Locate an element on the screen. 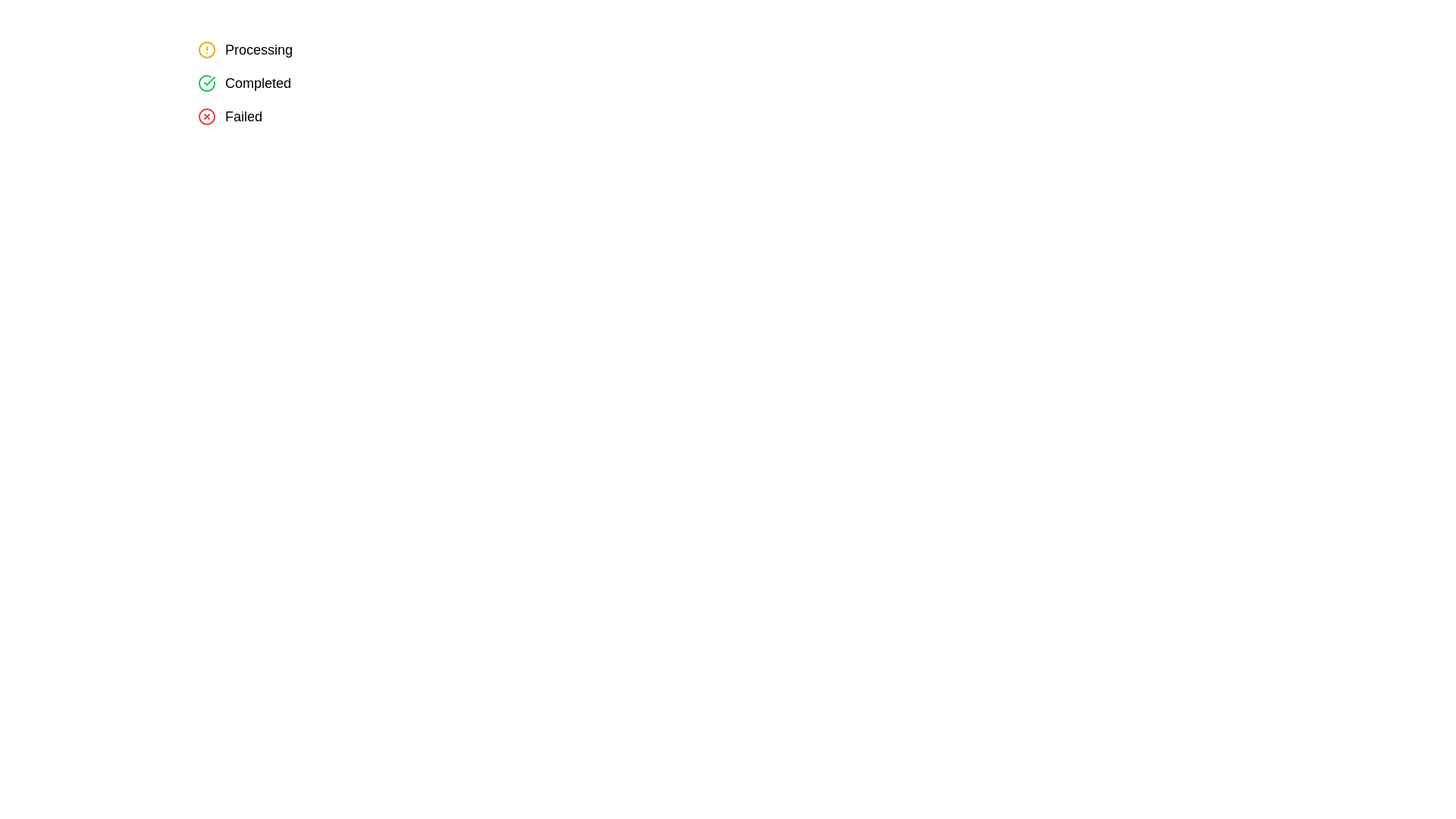 Image resolution: width=1456 pixels, height=819 pixels. the 'Completed' text label, which is styled in a larger bold font and positioned to the right of a green checkmark icon, indicating completion status is located at coordinates (258, 83).